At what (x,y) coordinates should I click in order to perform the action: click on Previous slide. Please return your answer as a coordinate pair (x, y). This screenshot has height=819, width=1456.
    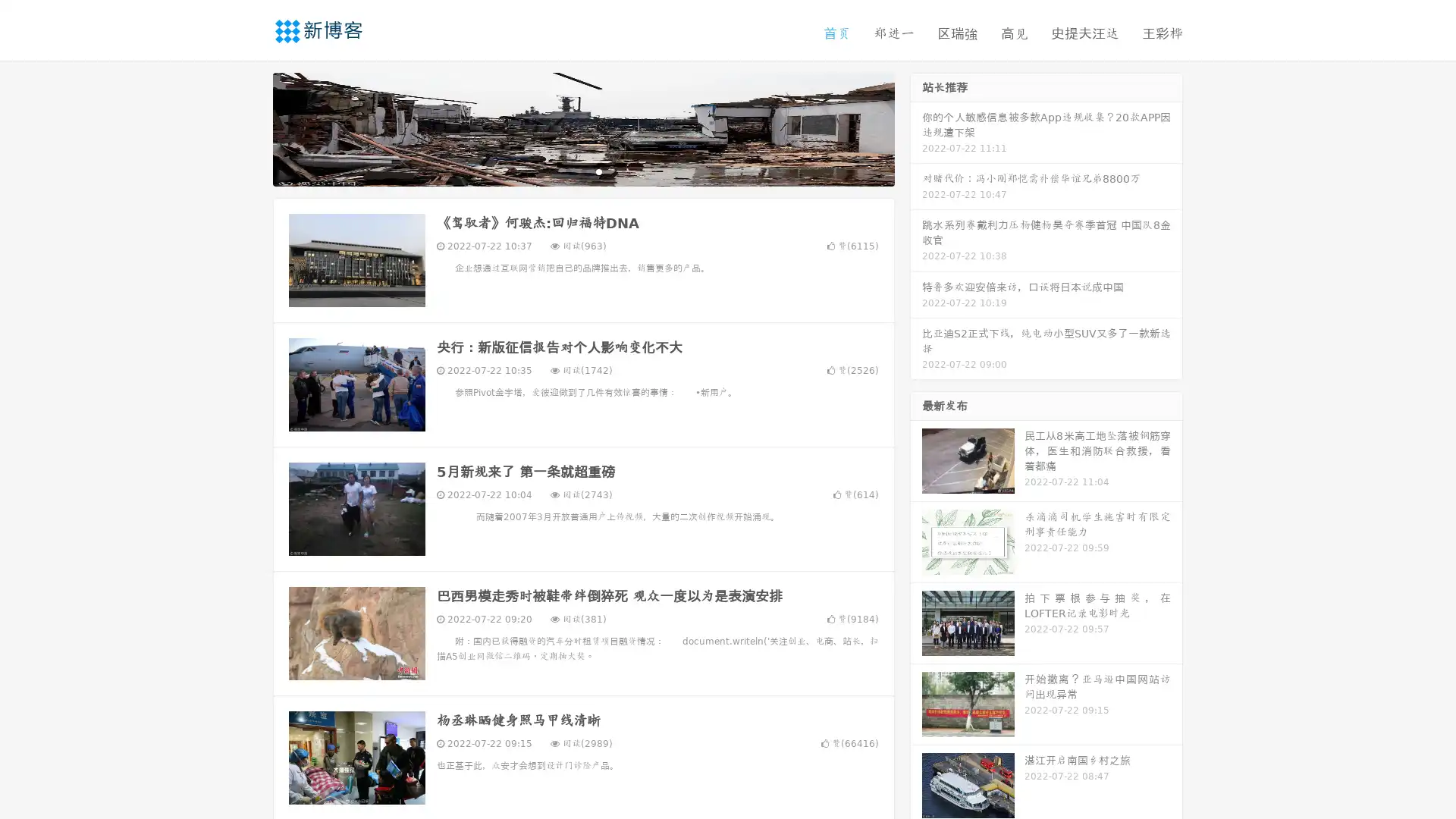
    Looking at the image, I should click on (250, 127).